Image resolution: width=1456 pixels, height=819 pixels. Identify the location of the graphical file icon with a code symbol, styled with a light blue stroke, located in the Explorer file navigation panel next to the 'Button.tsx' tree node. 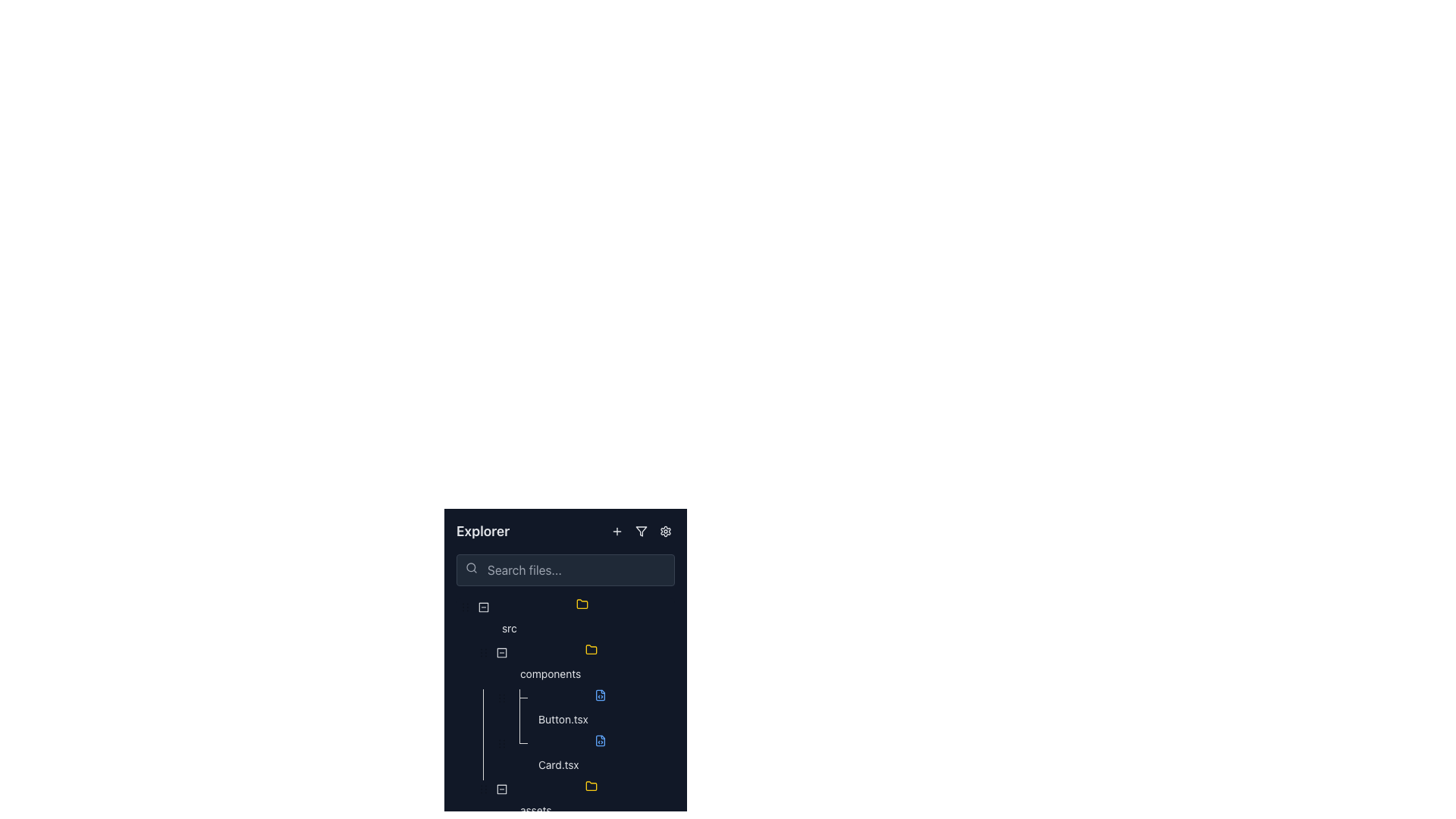
(600, 695).